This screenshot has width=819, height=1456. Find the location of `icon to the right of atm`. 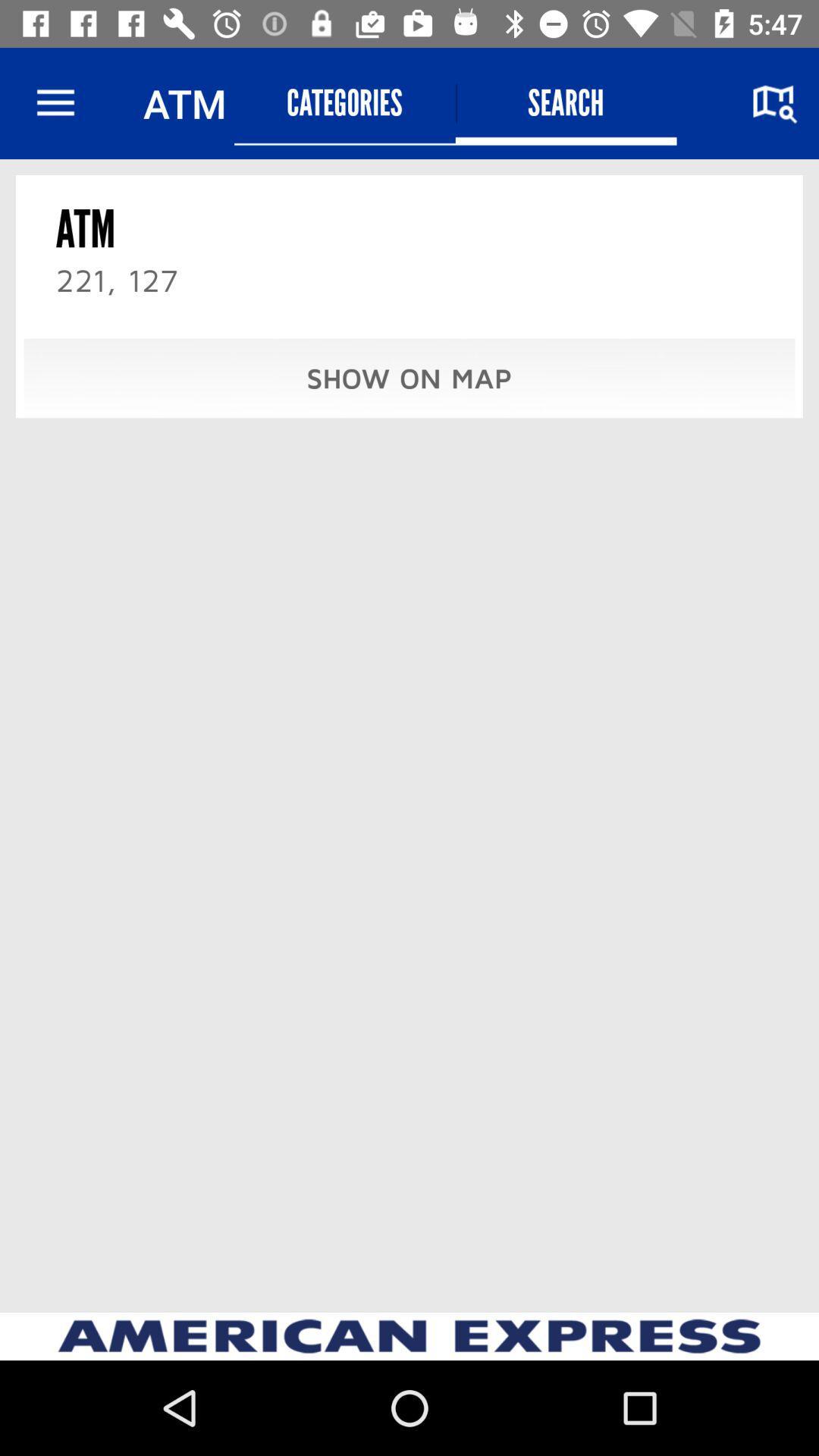

icon to the right of atm is located at coordinates (344, 102).